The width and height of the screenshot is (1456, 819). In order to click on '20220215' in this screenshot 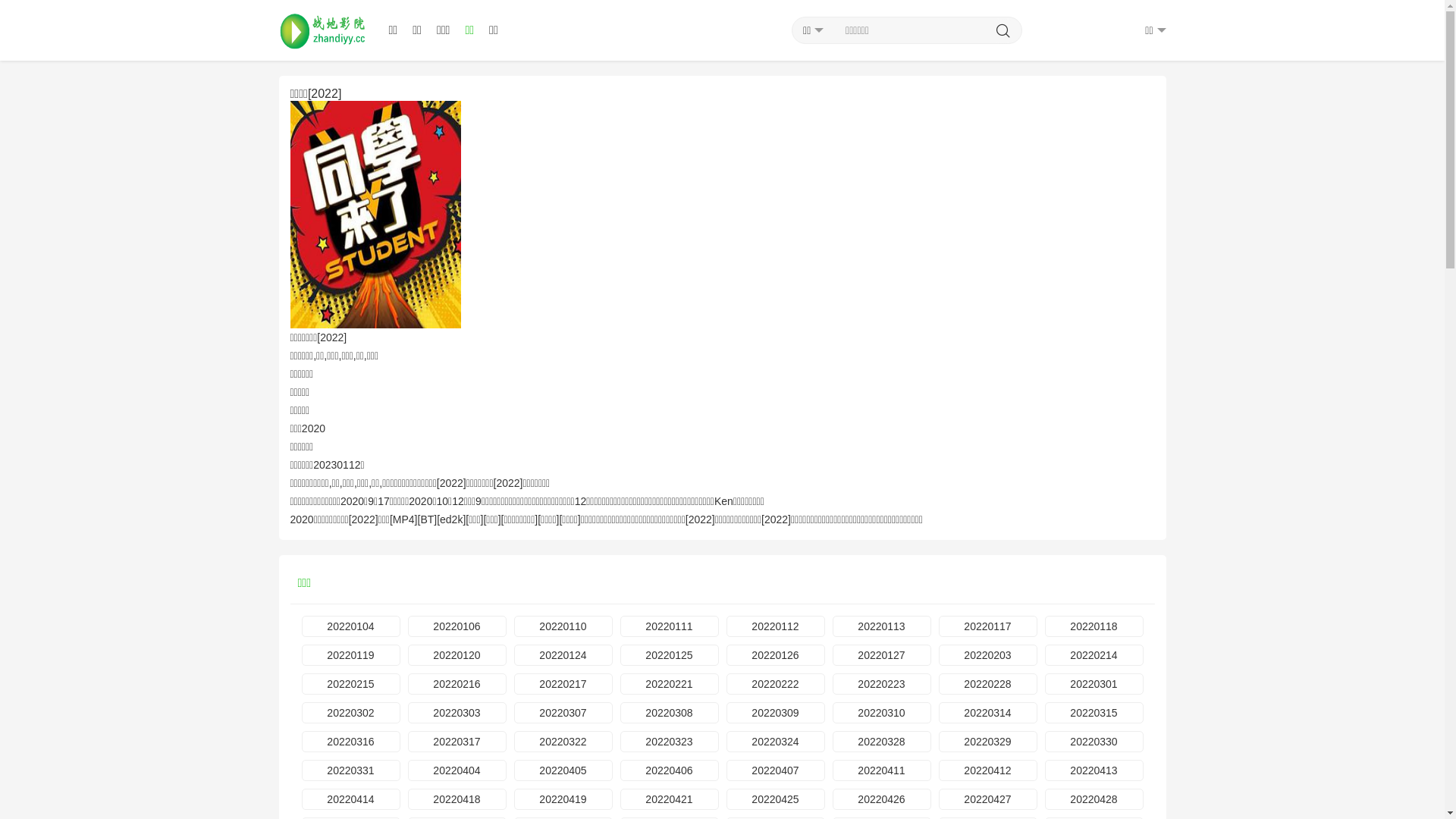, I will do `click(302, 684)`.